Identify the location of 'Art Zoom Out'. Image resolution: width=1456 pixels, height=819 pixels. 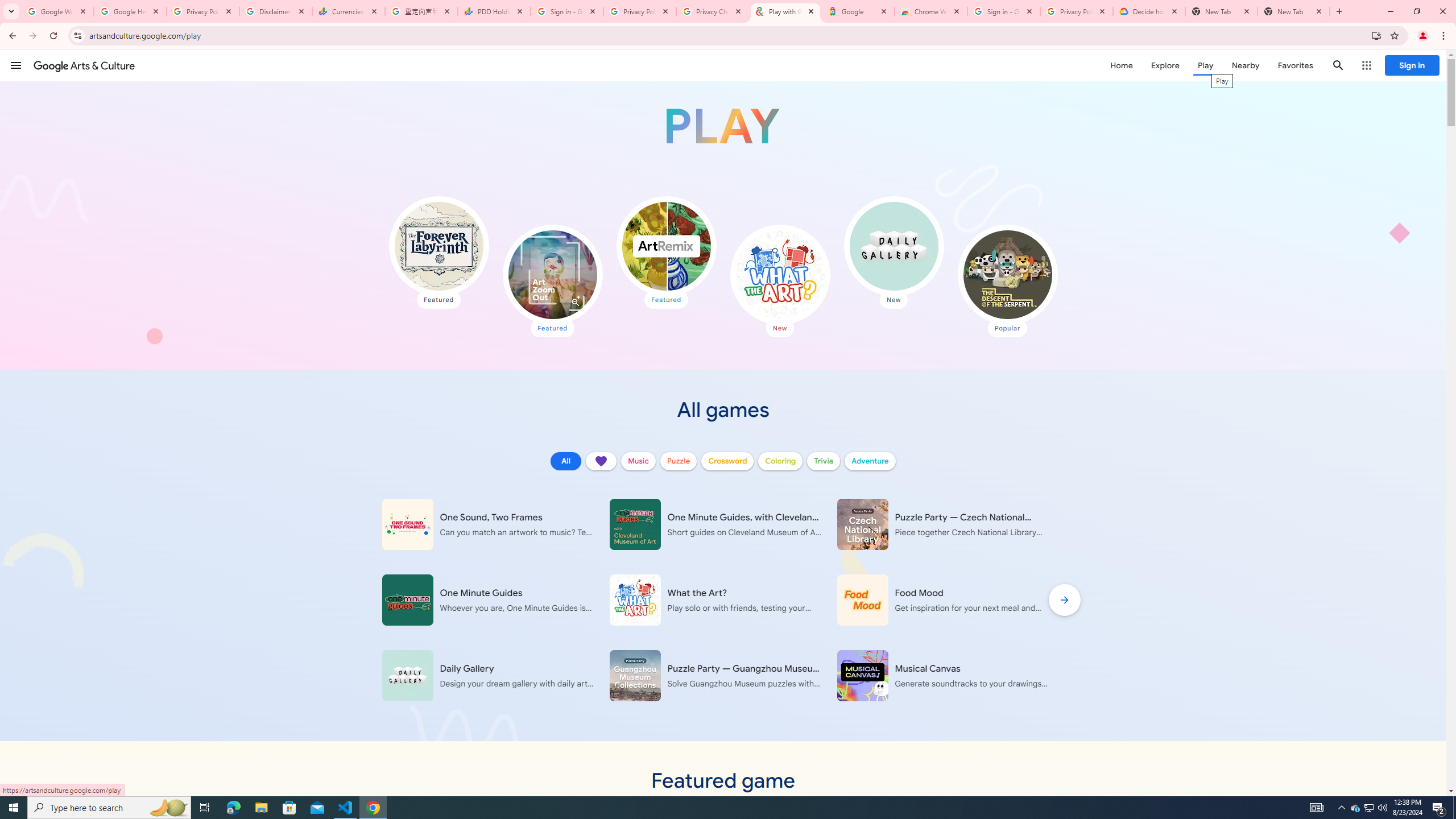
(552, 274).